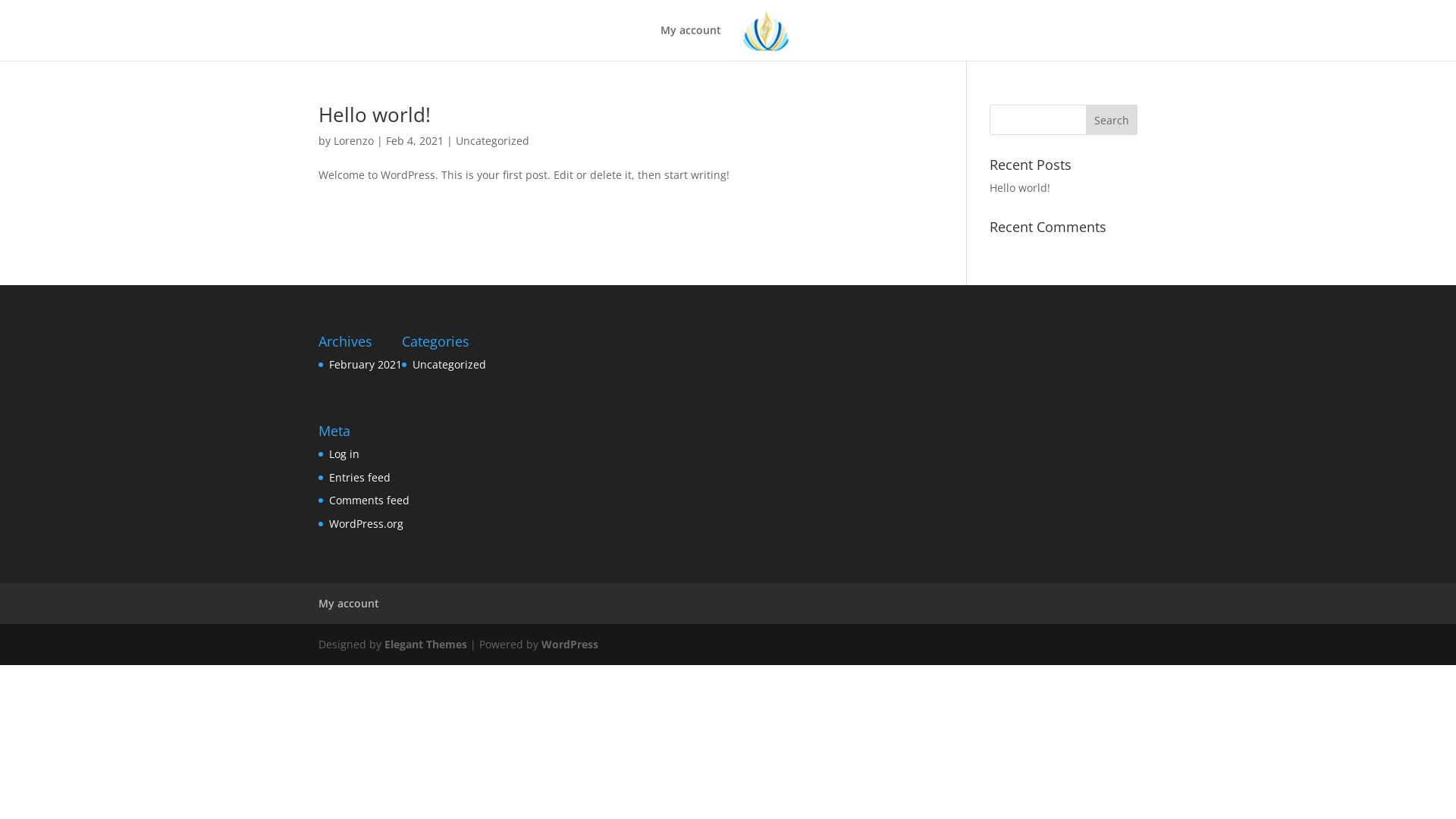  Describe the element at coordinates (344, 453) in the screenshot. I see `'Log in'` at that location.